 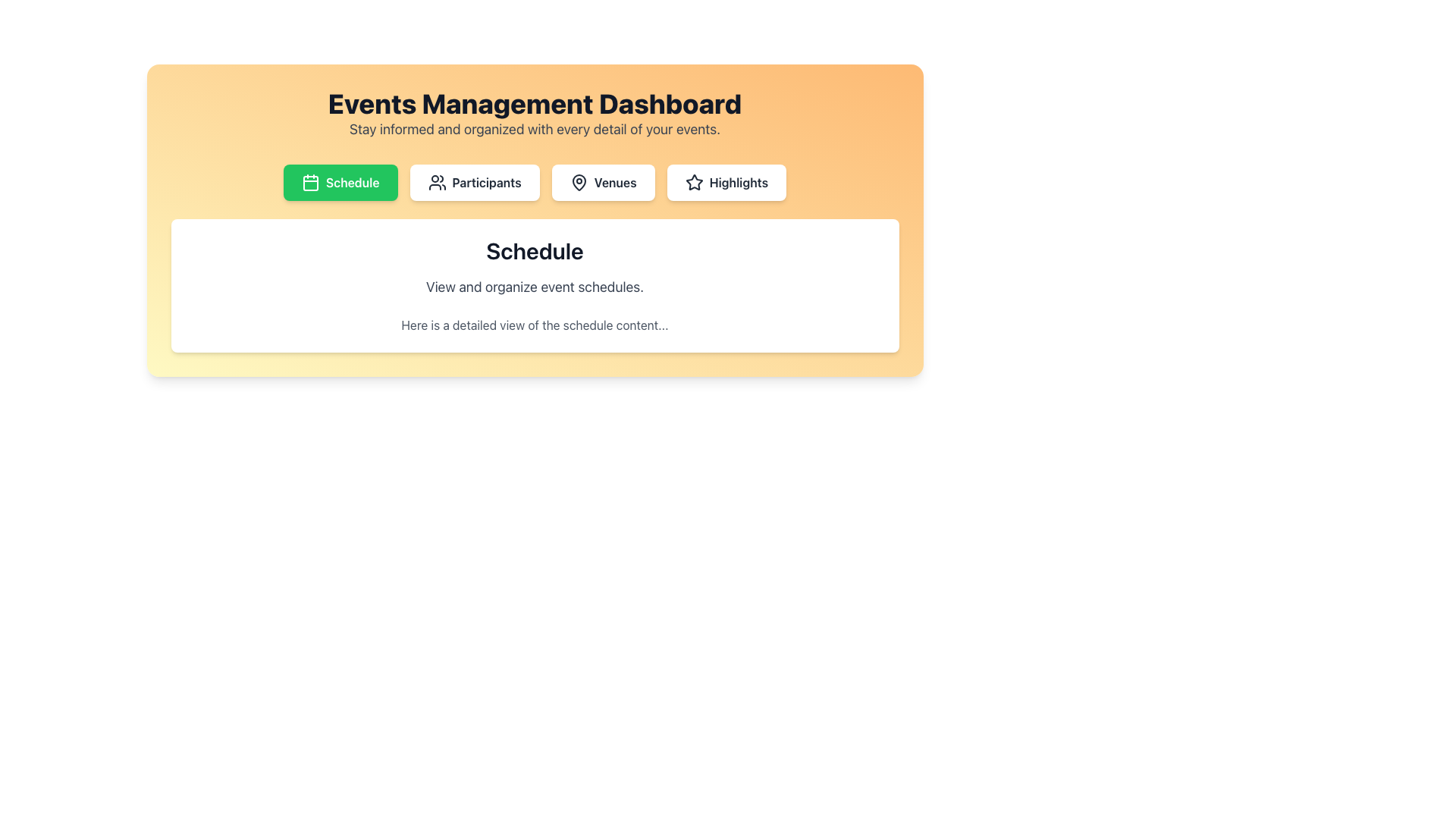 What do you see at coordinates (352, 181) in the screenshot?
I see `the 'Schedule' text label within the green button situated at the top-left corner of the section containing several buttons` at bounding box center [352, 181].